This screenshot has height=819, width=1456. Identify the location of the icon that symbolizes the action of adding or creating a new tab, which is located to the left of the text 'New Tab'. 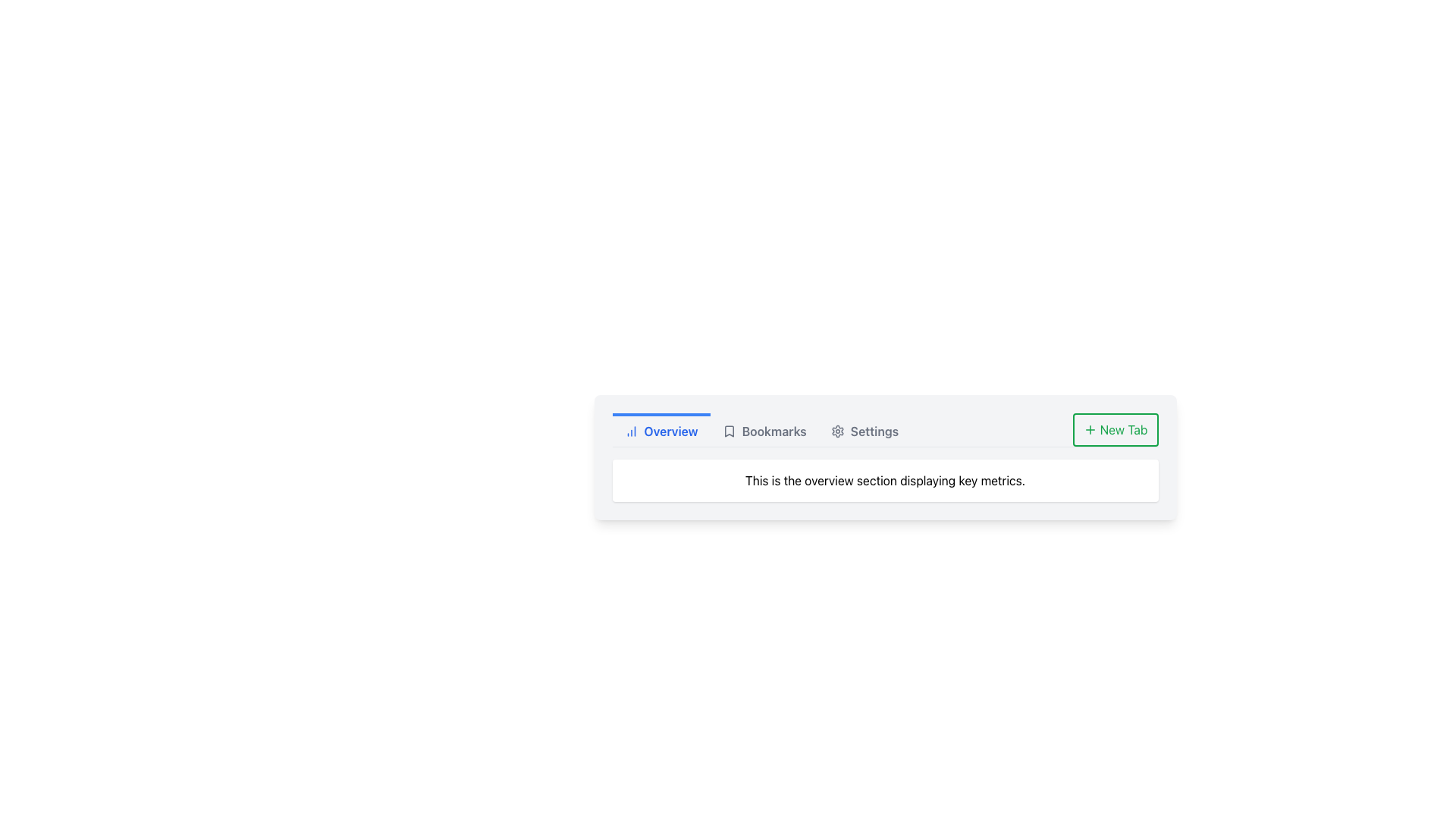
(1089, 430).